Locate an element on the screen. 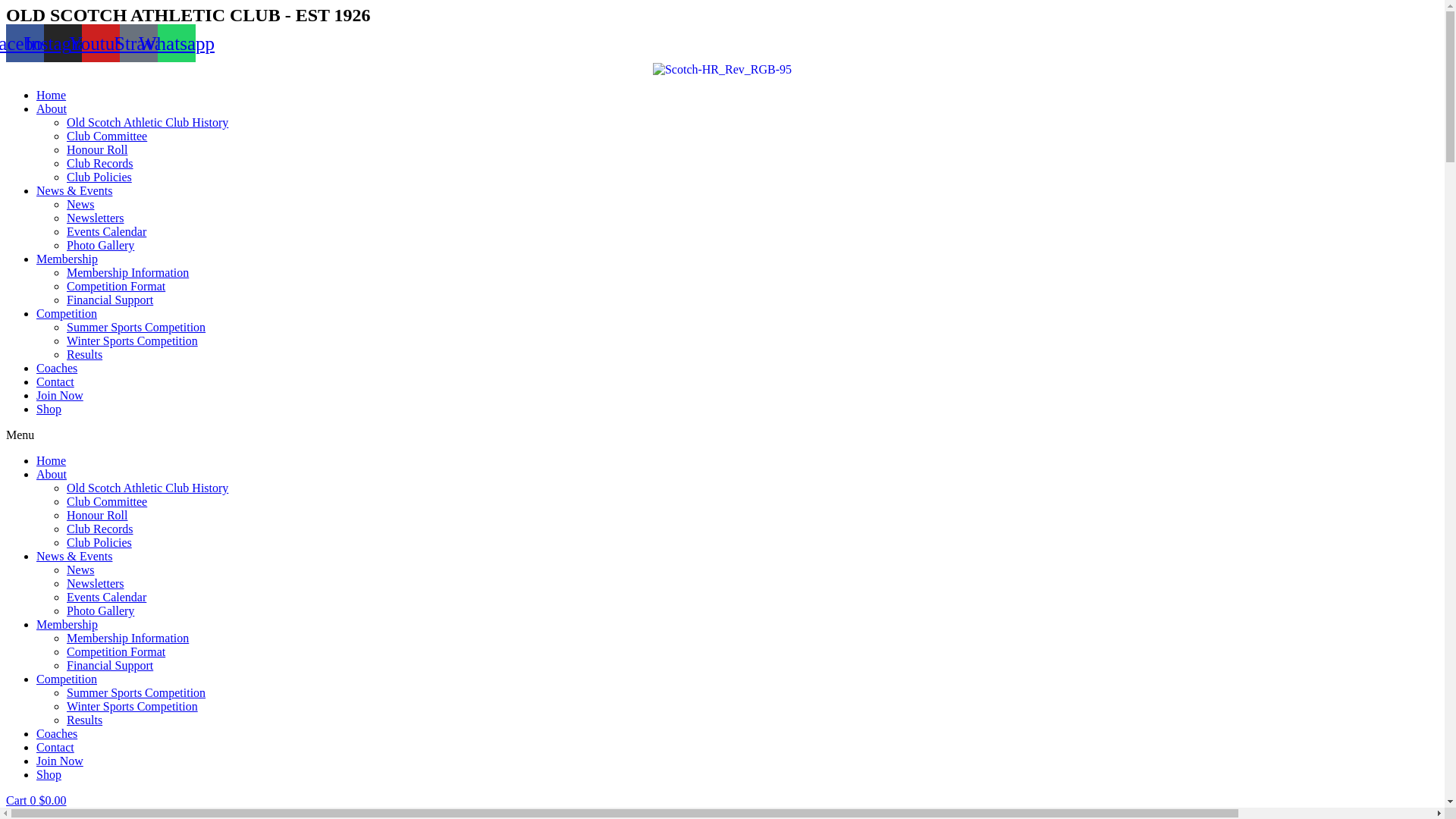 The image size is (1456, 819). 'Club Records' is located at coordinates (65, 528).